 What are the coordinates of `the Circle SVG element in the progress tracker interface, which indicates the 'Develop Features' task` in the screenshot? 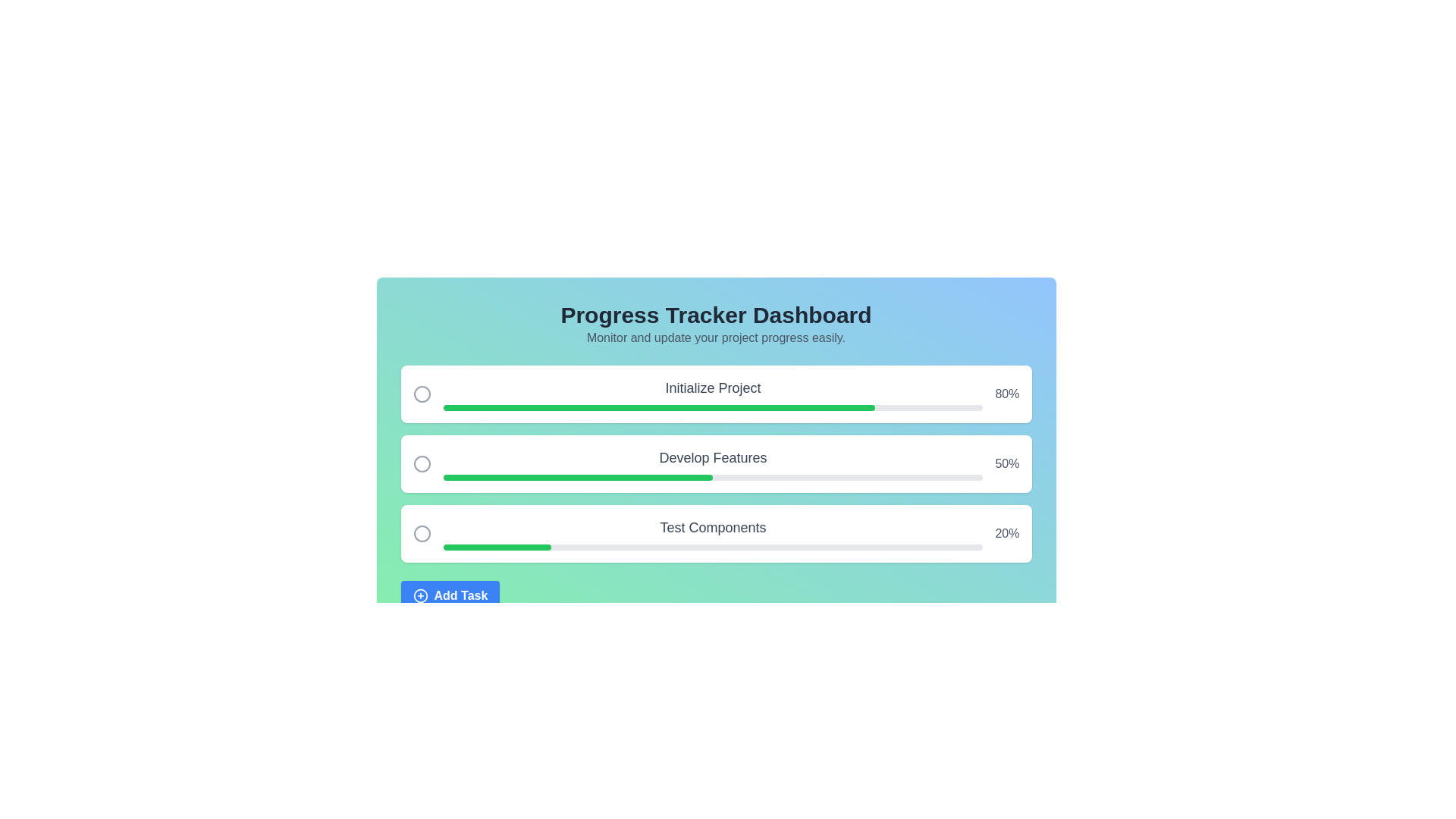 It's located at (422, 463).